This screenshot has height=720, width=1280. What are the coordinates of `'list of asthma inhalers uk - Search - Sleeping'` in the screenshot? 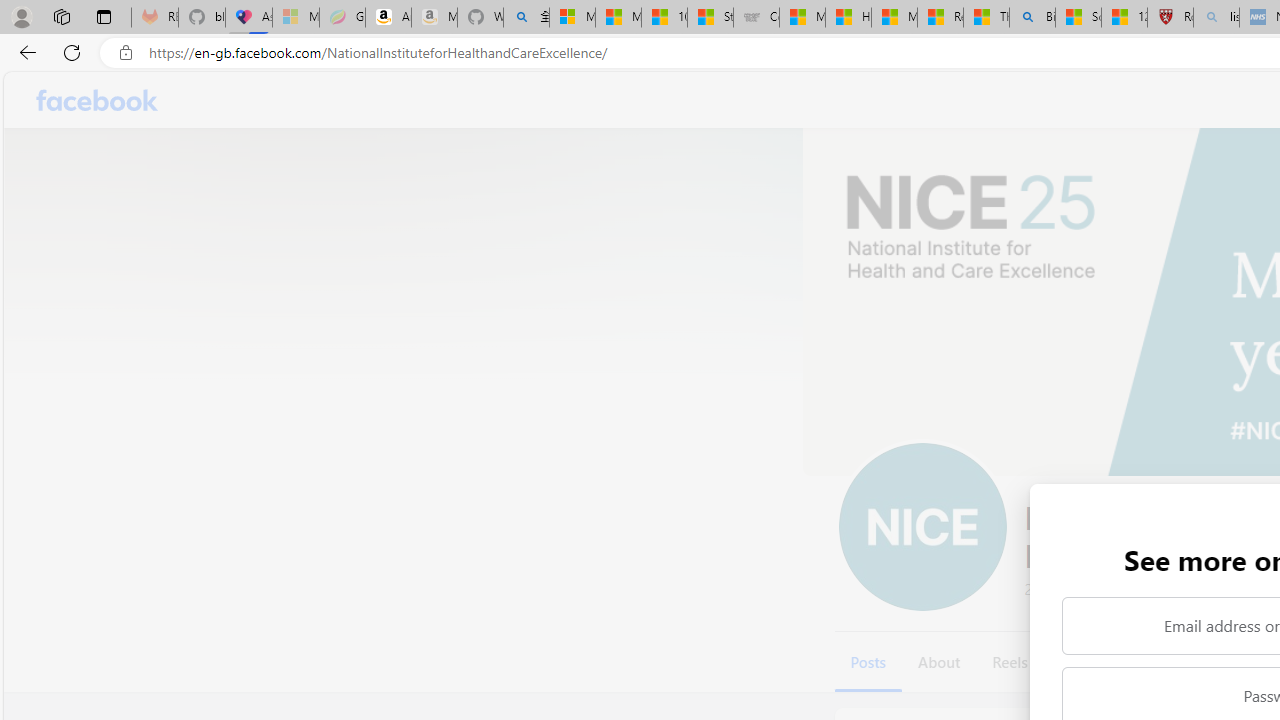 It's located at (1215, 17).